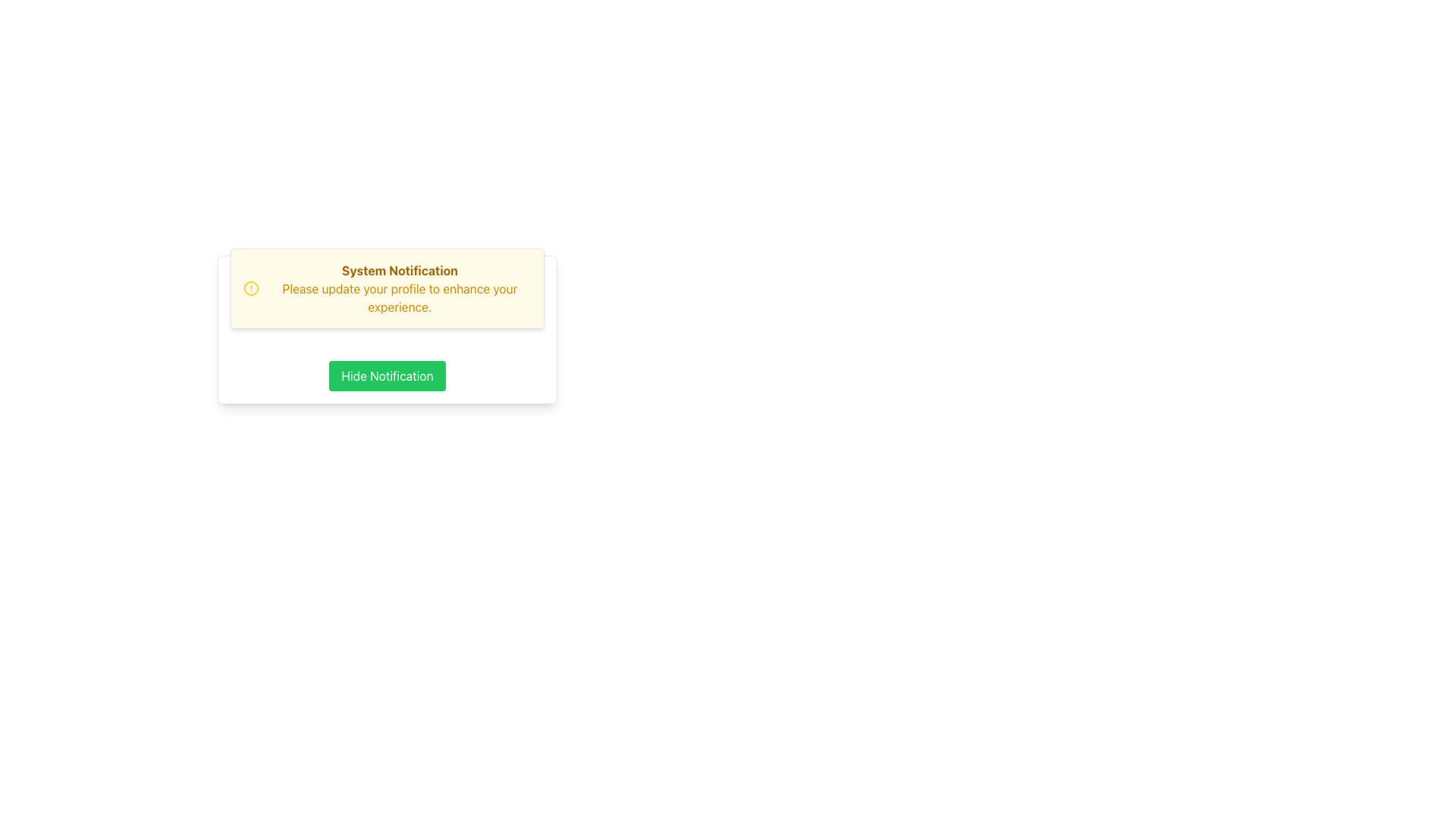  I want to click on notification displayed in the rectangular notification box with a yellow background, titled 'System Notification' in brown text, located at the specified coordinates, so click(387, 304).